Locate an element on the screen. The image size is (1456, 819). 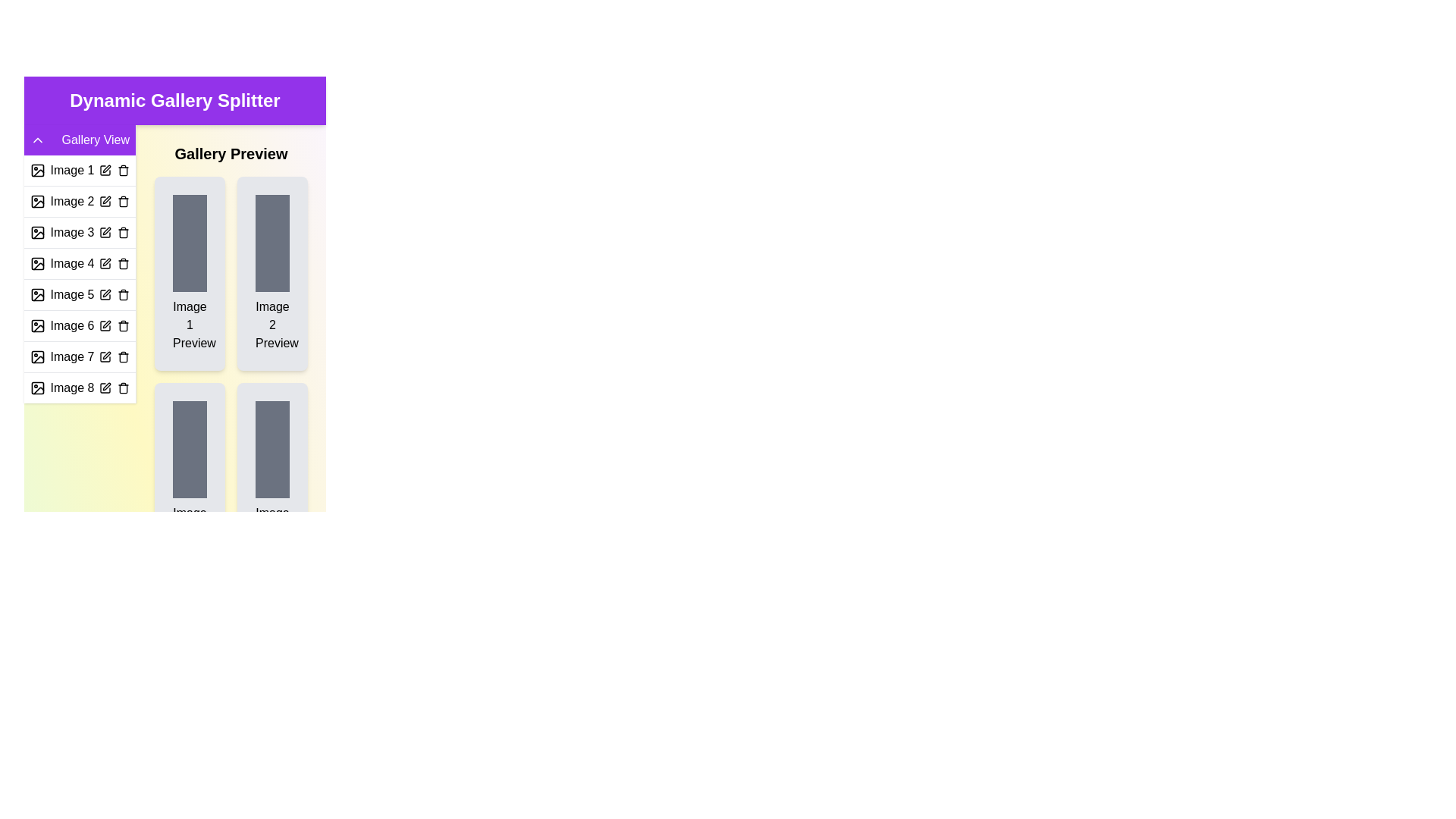
the leftmost icon in the row for 'Image 5' in the 'Gallery View' section is located at coordinates (37, 295).